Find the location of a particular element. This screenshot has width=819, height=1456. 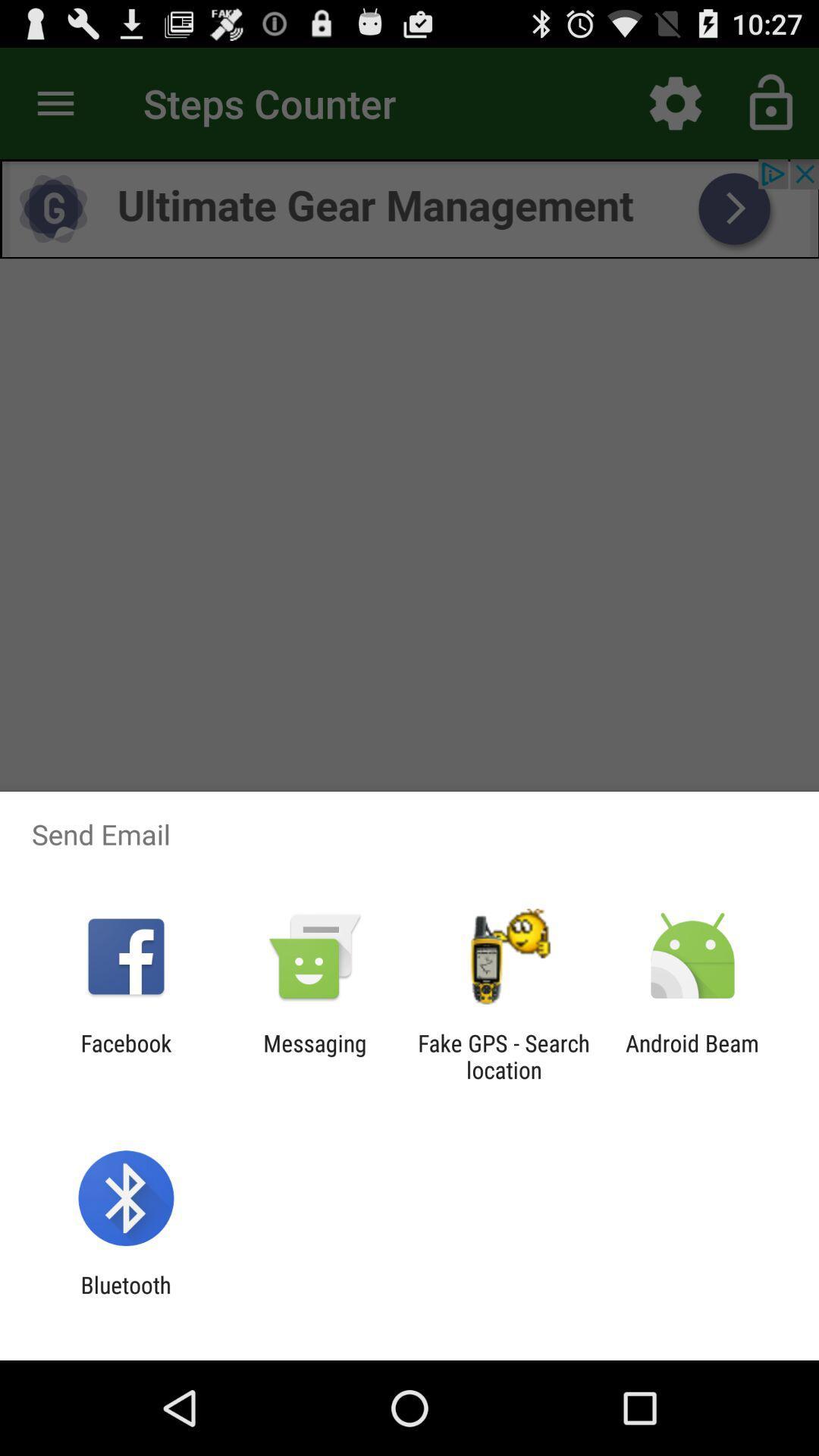

item next to the fake gps search icon is located at coordinates (314, 1056).